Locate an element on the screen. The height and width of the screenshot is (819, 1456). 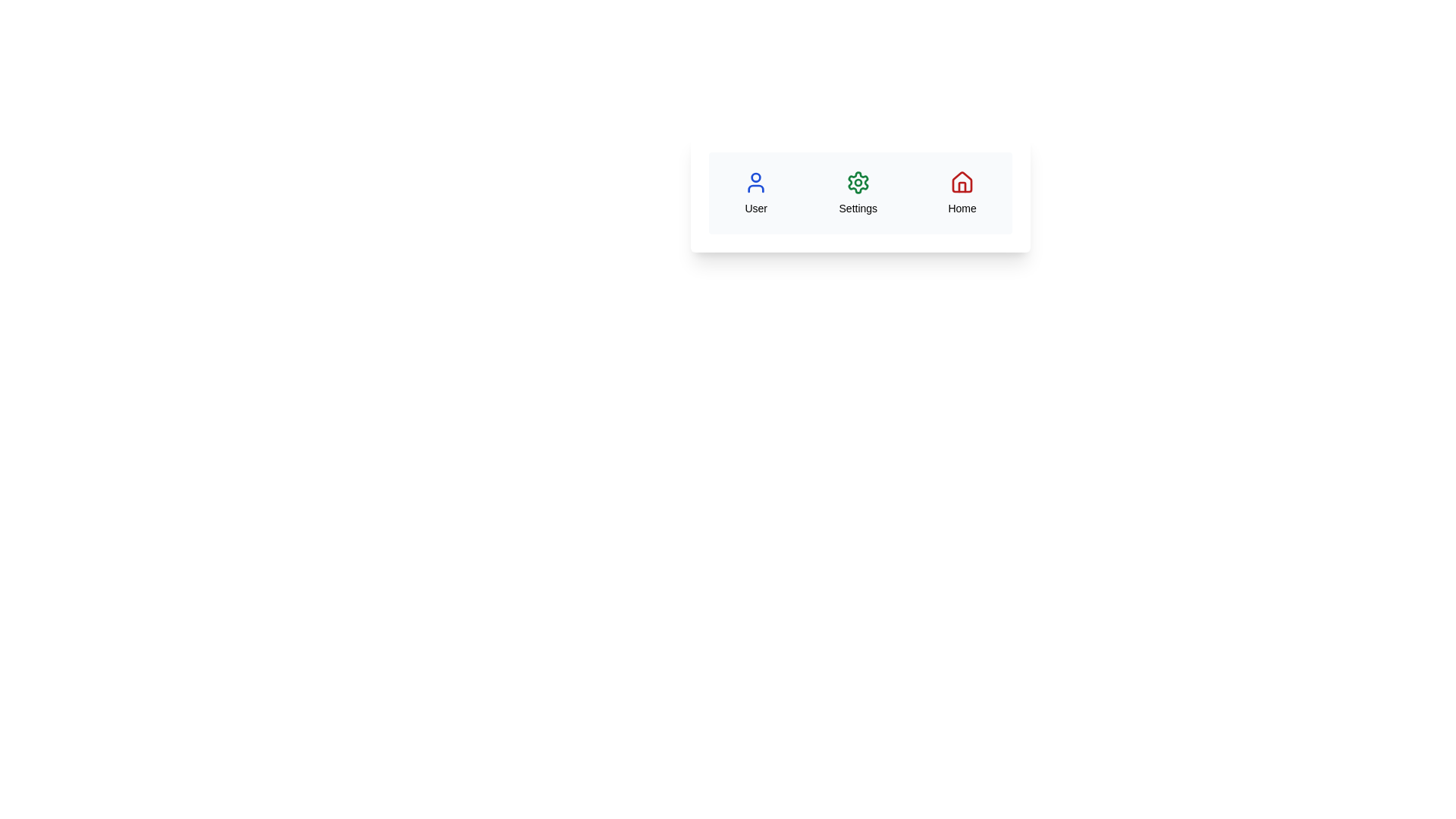
the red house icon labeled 'Home', which is the third item in the horizontal menu is located at coordinates (962, 181).